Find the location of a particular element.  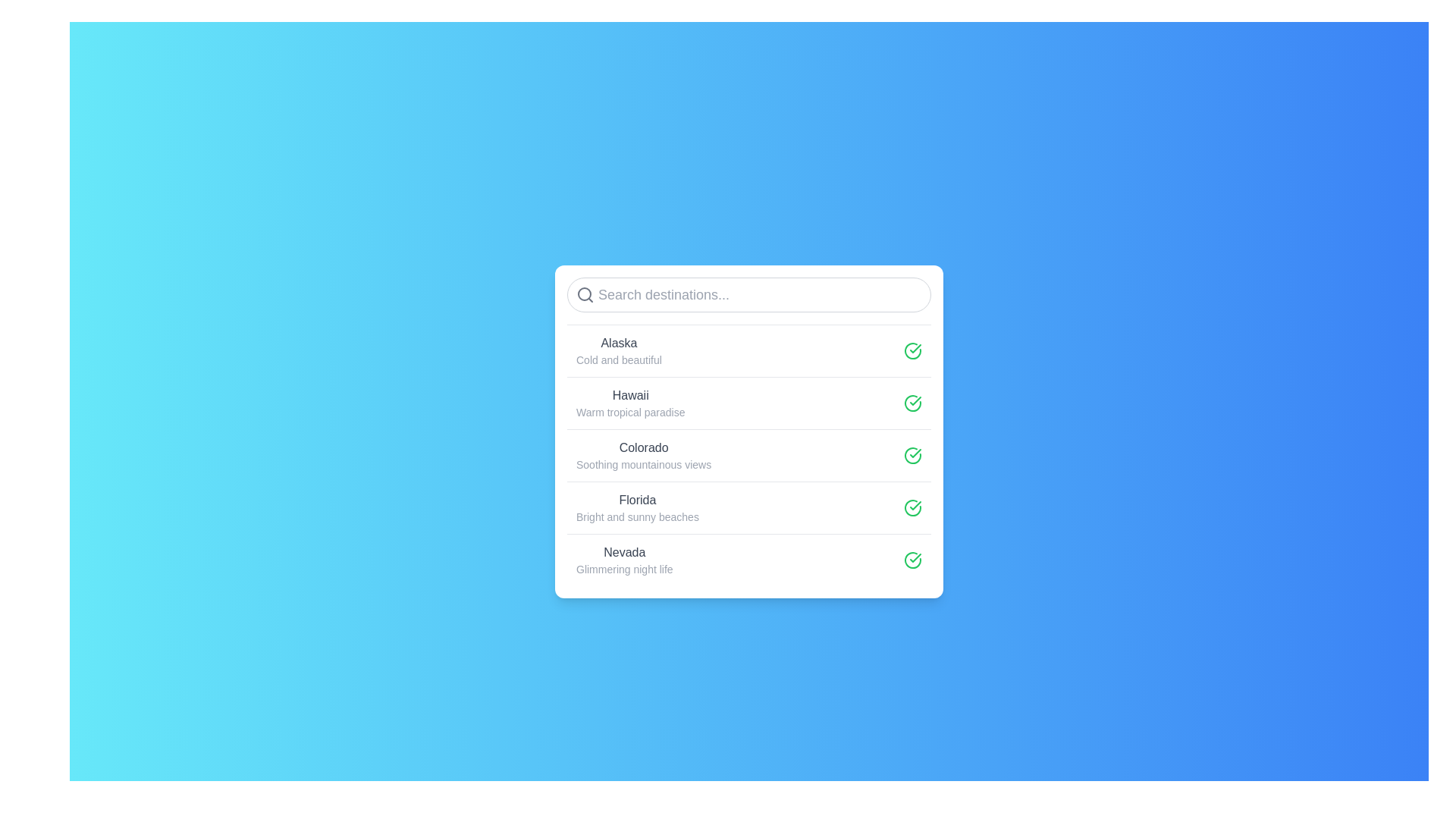

the green circular checkmark icon located at the top-right of the row labeled 'Hawaii', which signifies selection or approval is located at coordinates (912, 402).